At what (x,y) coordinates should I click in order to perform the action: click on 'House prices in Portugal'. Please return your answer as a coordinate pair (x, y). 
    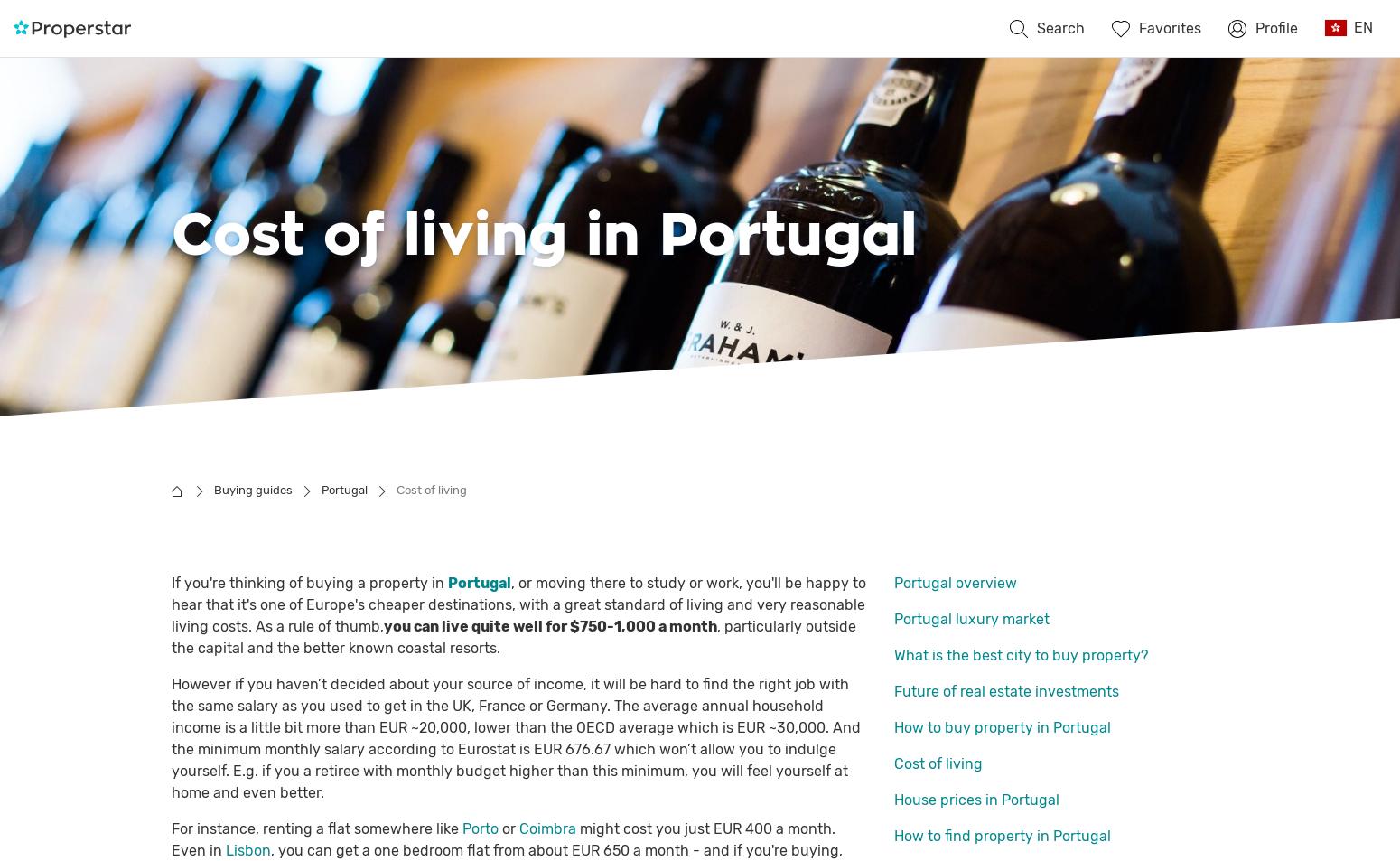
    Looking at the image, I should click on (892, 800).